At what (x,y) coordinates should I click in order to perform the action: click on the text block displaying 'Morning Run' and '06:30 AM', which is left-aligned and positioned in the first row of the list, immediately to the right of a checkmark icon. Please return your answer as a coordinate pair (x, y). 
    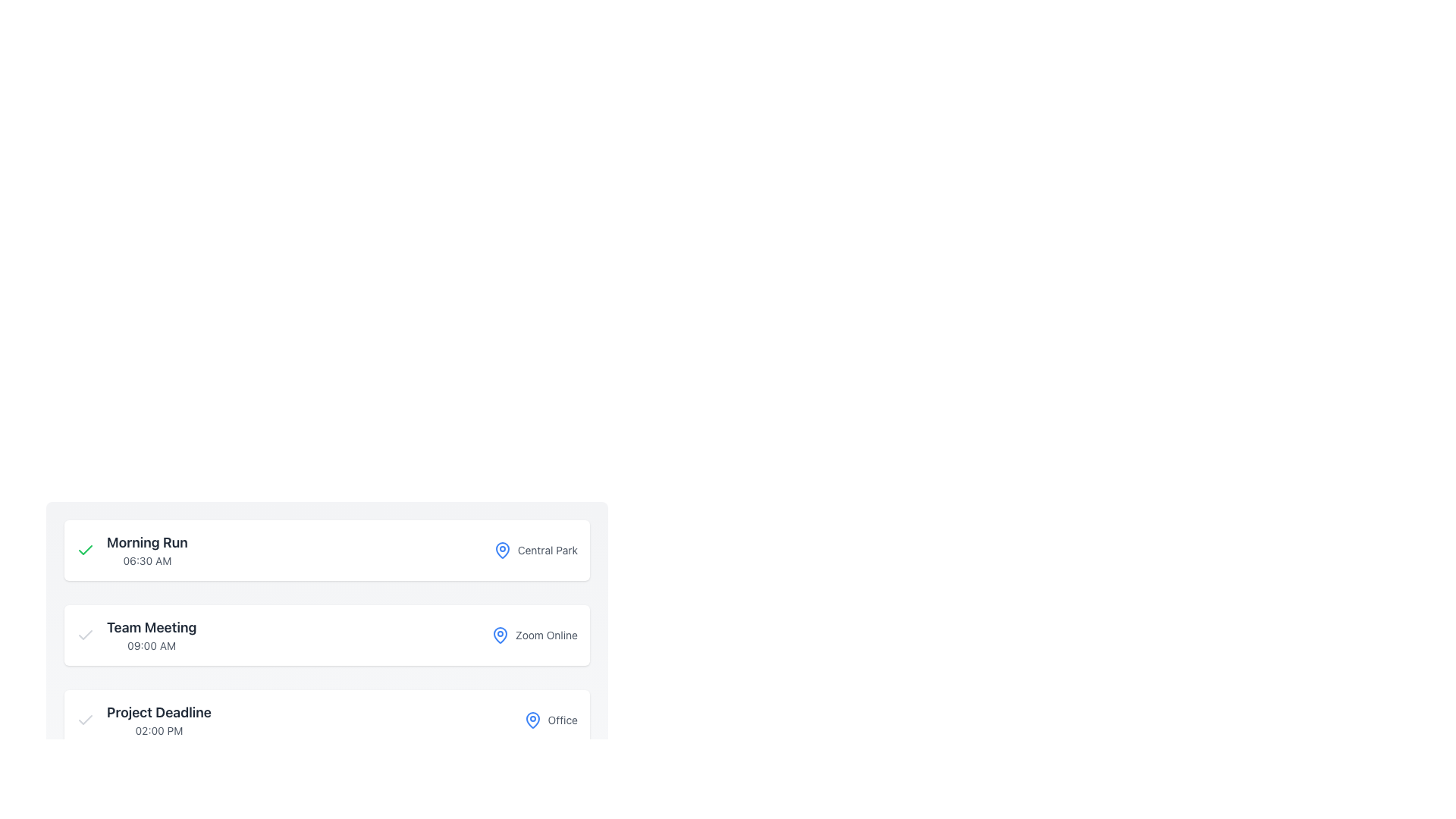
    Looking at the image, I should click on (147, 550).